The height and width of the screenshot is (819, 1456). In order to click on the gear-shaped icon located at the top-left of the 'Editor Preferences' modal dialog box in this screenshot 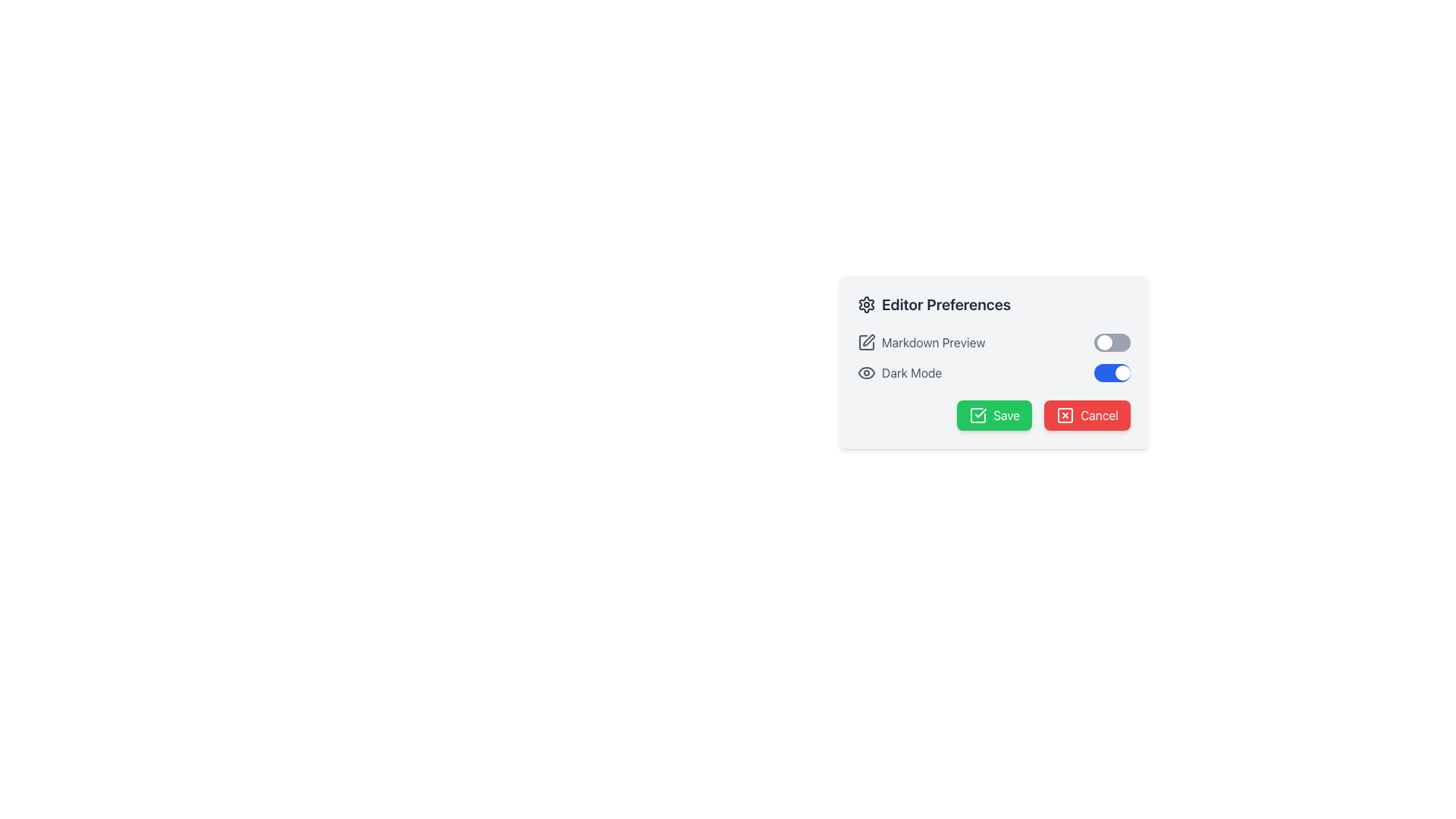, I will do `click(866, 304)`.